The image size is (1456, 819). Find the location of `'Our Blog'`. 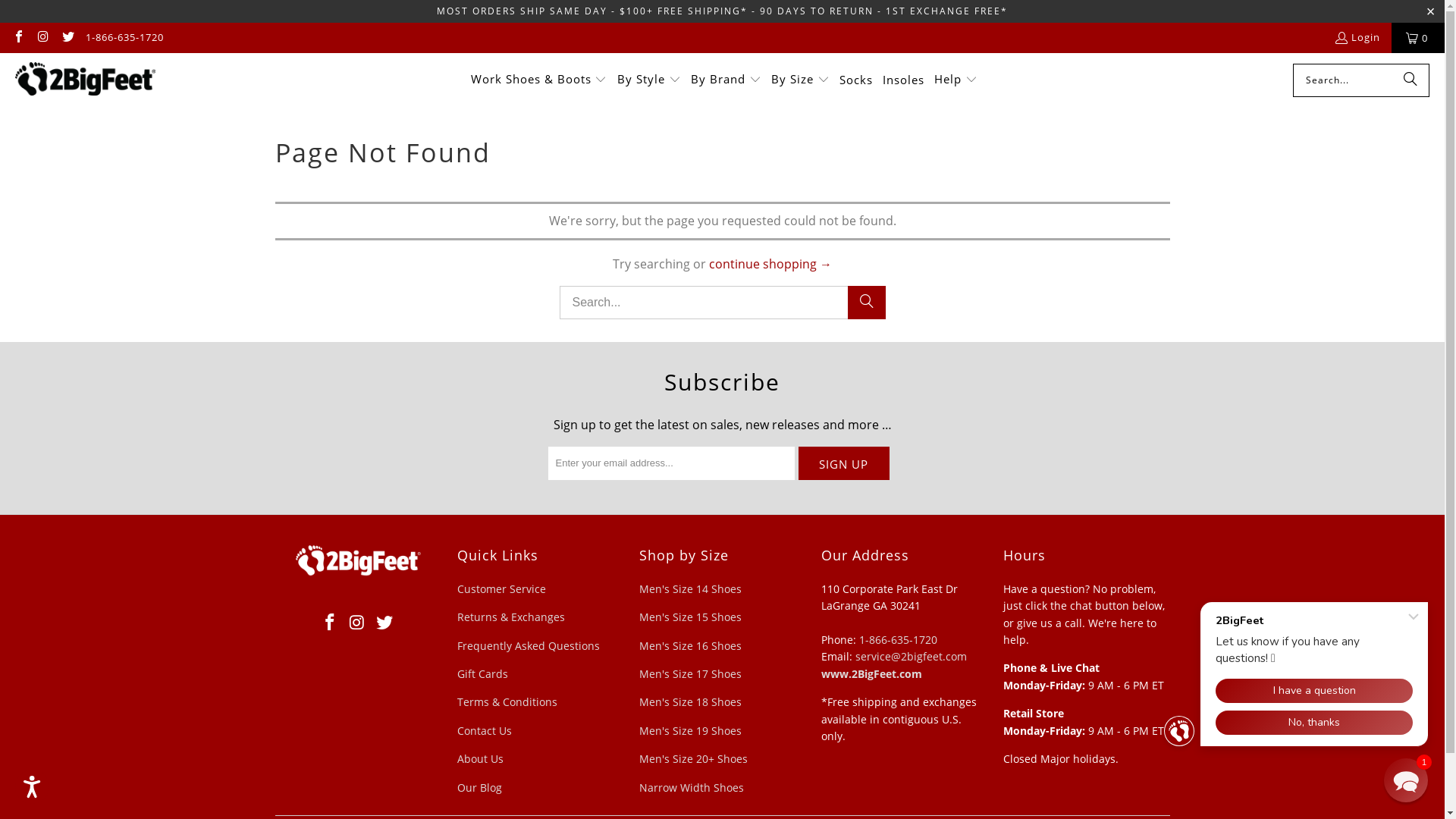

'Our Blog' is located at coordinates (478, 786).